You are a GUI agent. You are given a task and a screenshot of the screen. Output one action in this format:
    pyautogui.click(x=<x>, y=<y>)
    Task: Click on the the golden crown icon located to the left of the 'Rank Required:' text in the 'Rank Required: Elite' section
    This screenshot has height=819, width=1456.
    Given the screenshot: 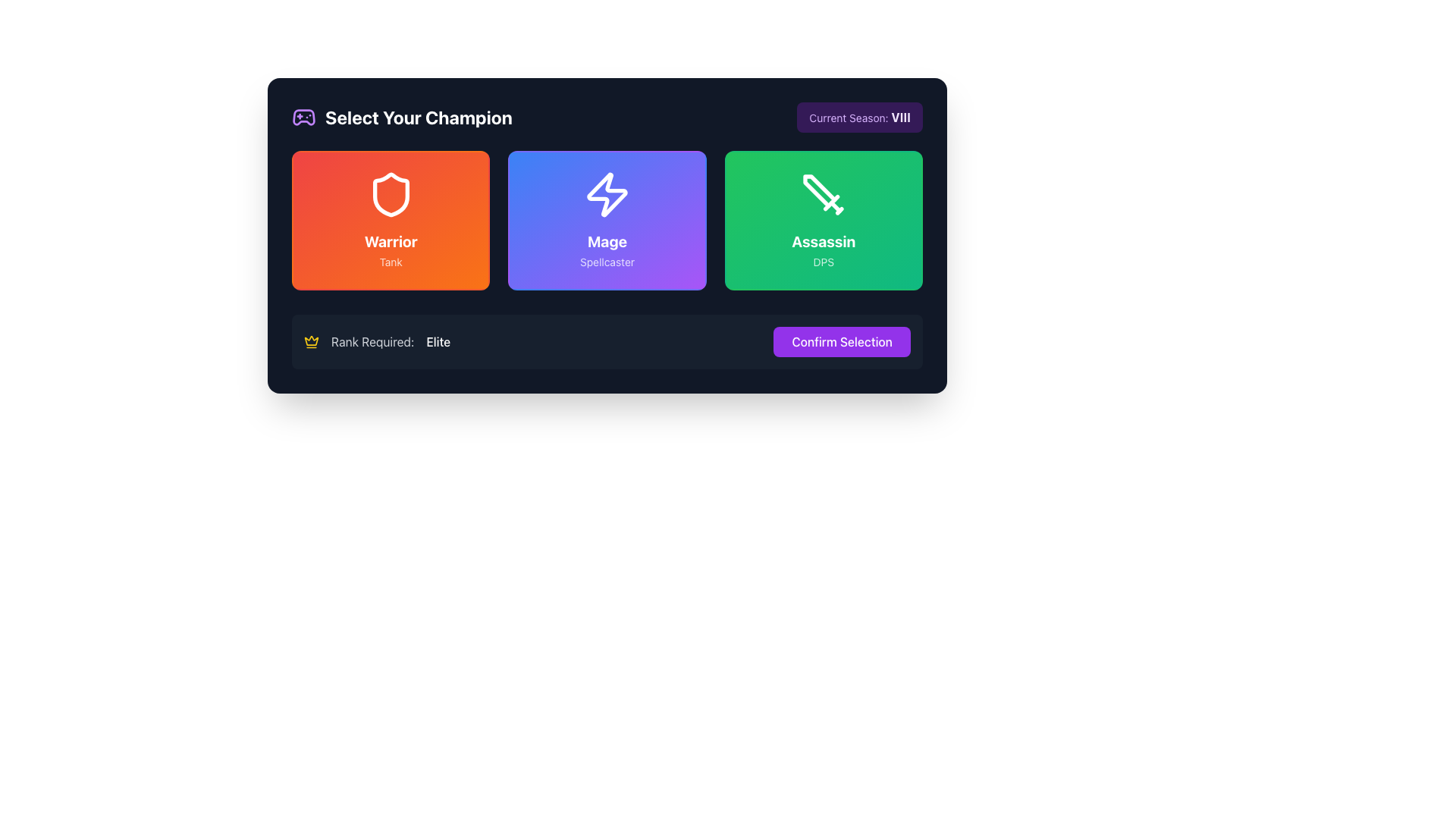 What is the action you would take?
    pyautogui.click(x=311, y=342)
    